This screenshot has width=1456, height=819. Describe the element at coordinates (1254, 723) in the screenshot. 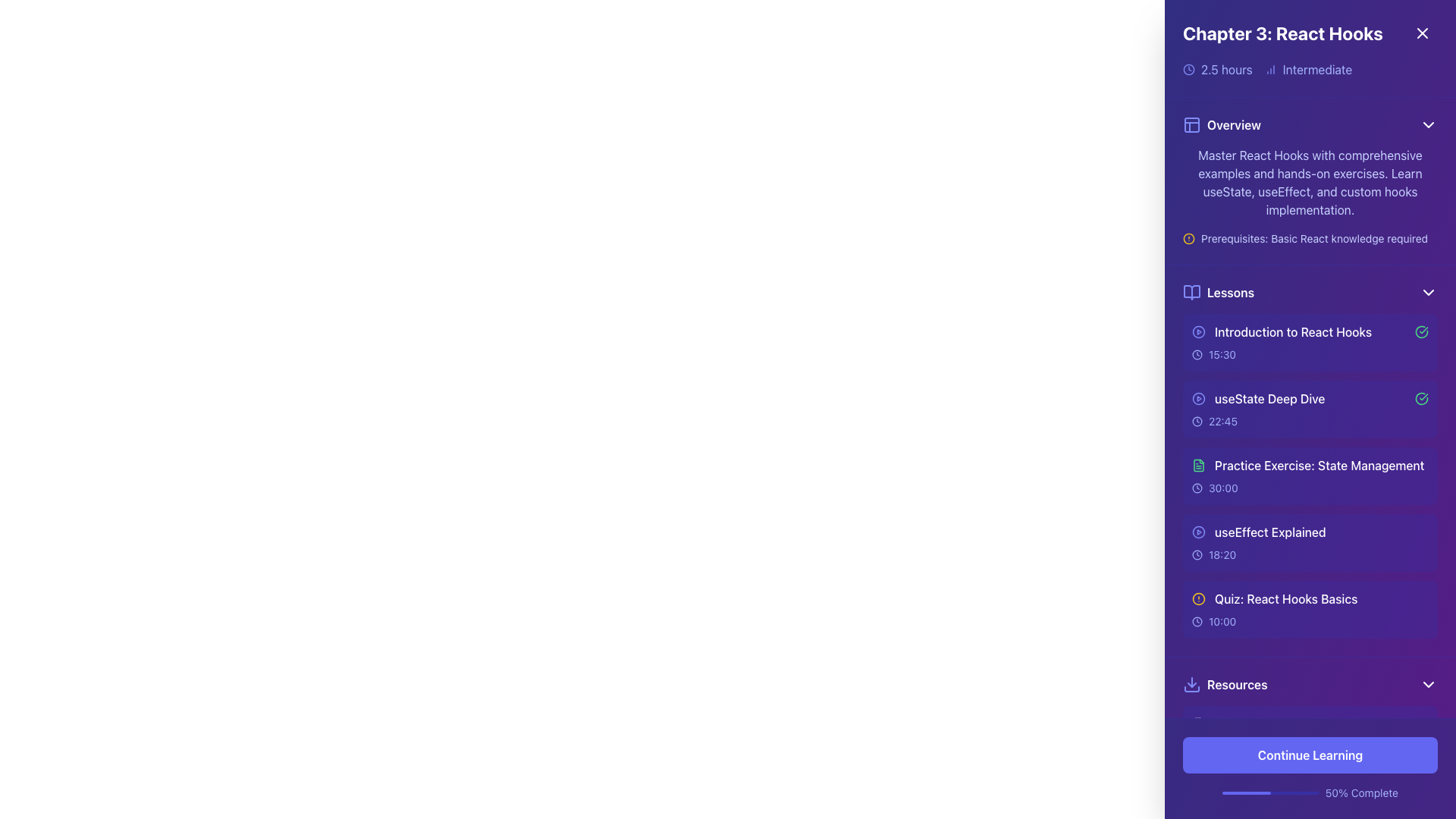

I see `the 'Hooks Cheat Sheet' navigational link in the 'Resources' section` at that location.